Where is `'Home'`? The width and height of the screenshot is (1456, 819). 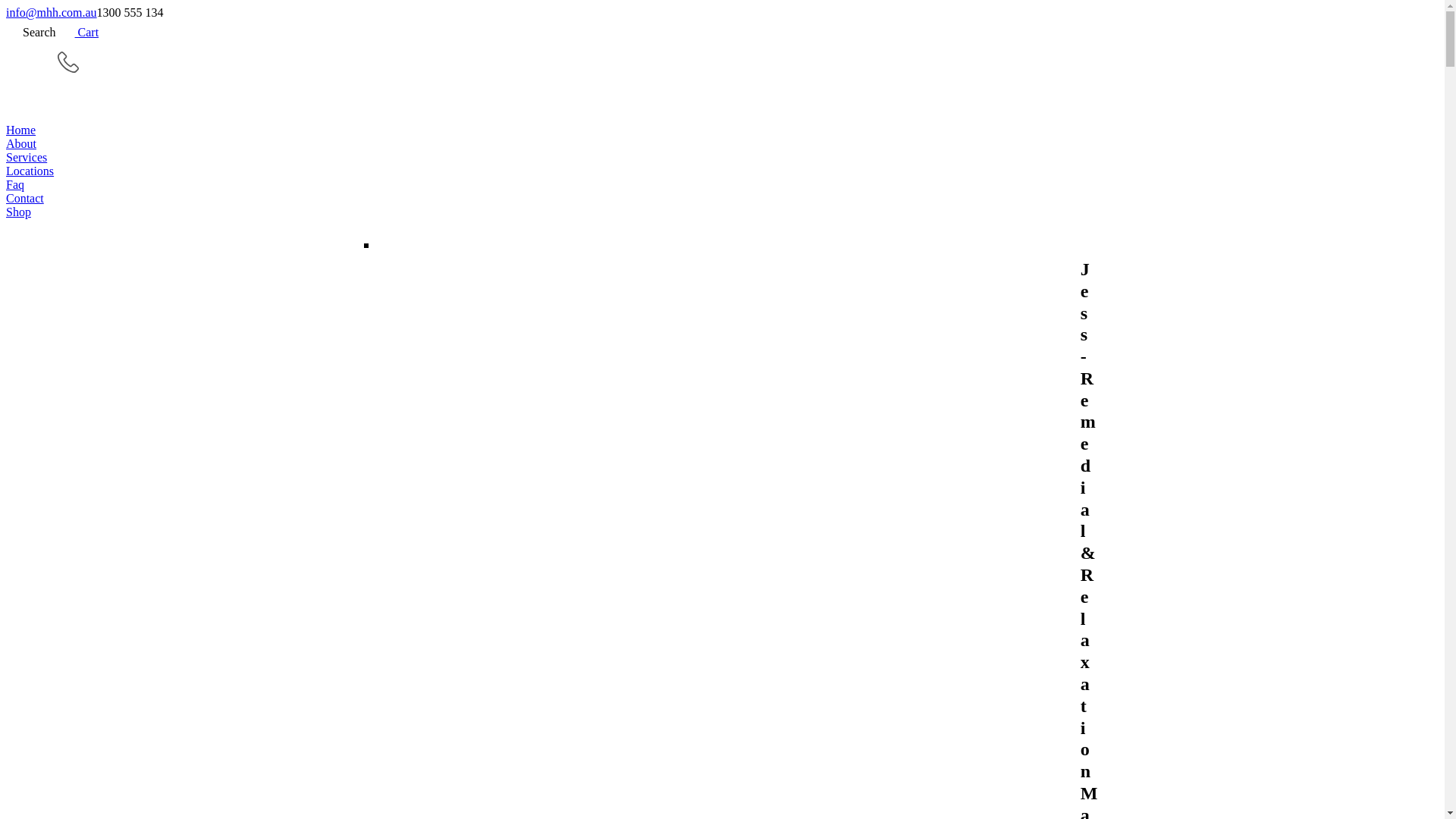 'Home' is located at coordinates (721, 130).